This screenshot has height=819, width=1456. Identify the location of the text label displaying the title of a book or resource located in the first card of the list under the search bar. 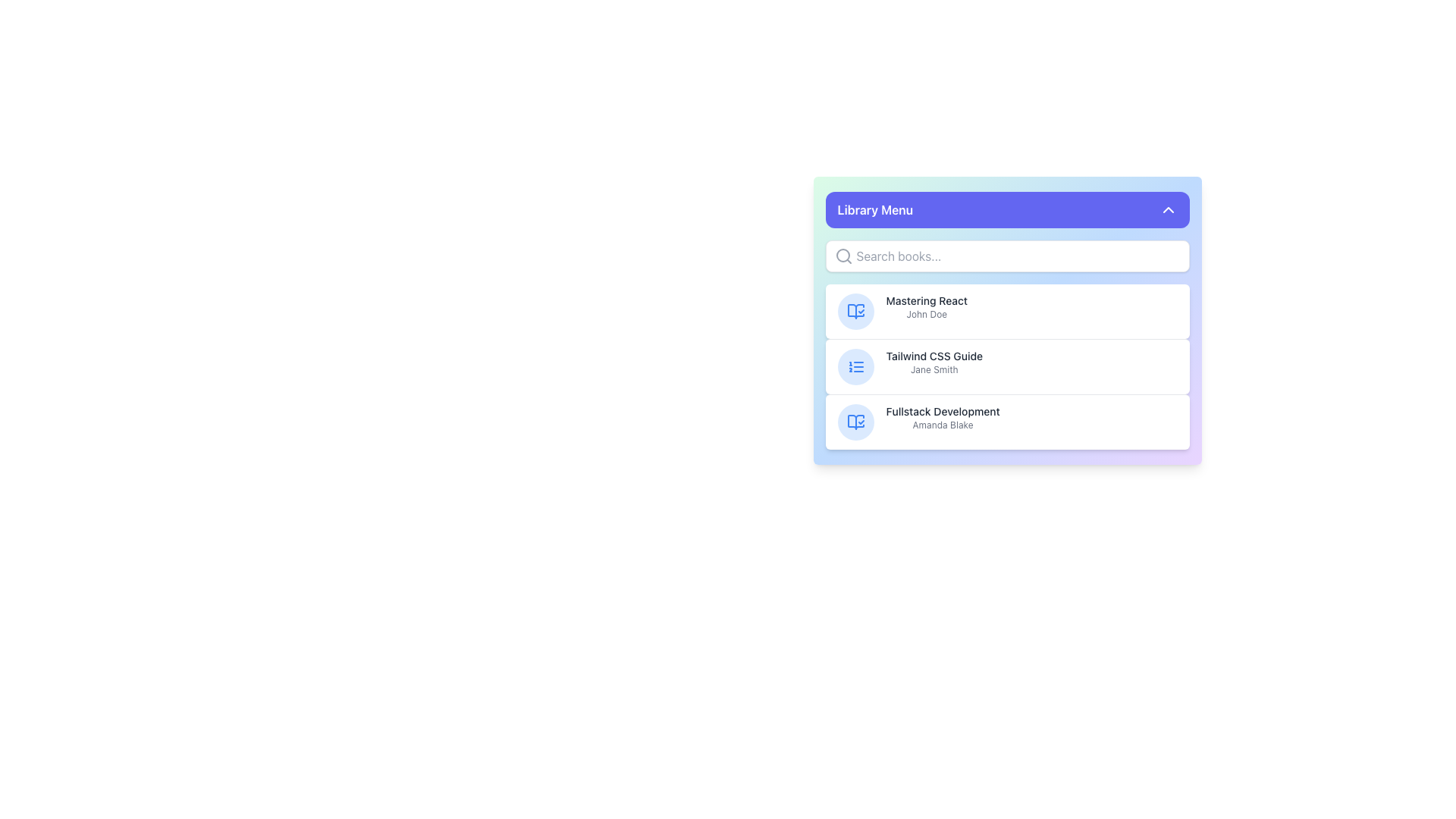
(926, 301).